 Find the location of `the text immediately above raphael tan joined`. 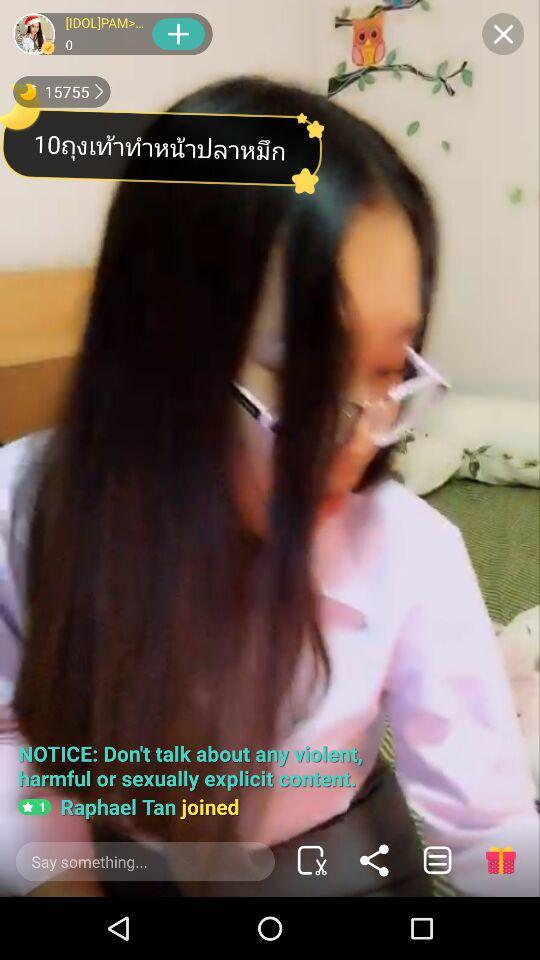

the text immediately above raphael tan joined is located at coordinates (196, 764).